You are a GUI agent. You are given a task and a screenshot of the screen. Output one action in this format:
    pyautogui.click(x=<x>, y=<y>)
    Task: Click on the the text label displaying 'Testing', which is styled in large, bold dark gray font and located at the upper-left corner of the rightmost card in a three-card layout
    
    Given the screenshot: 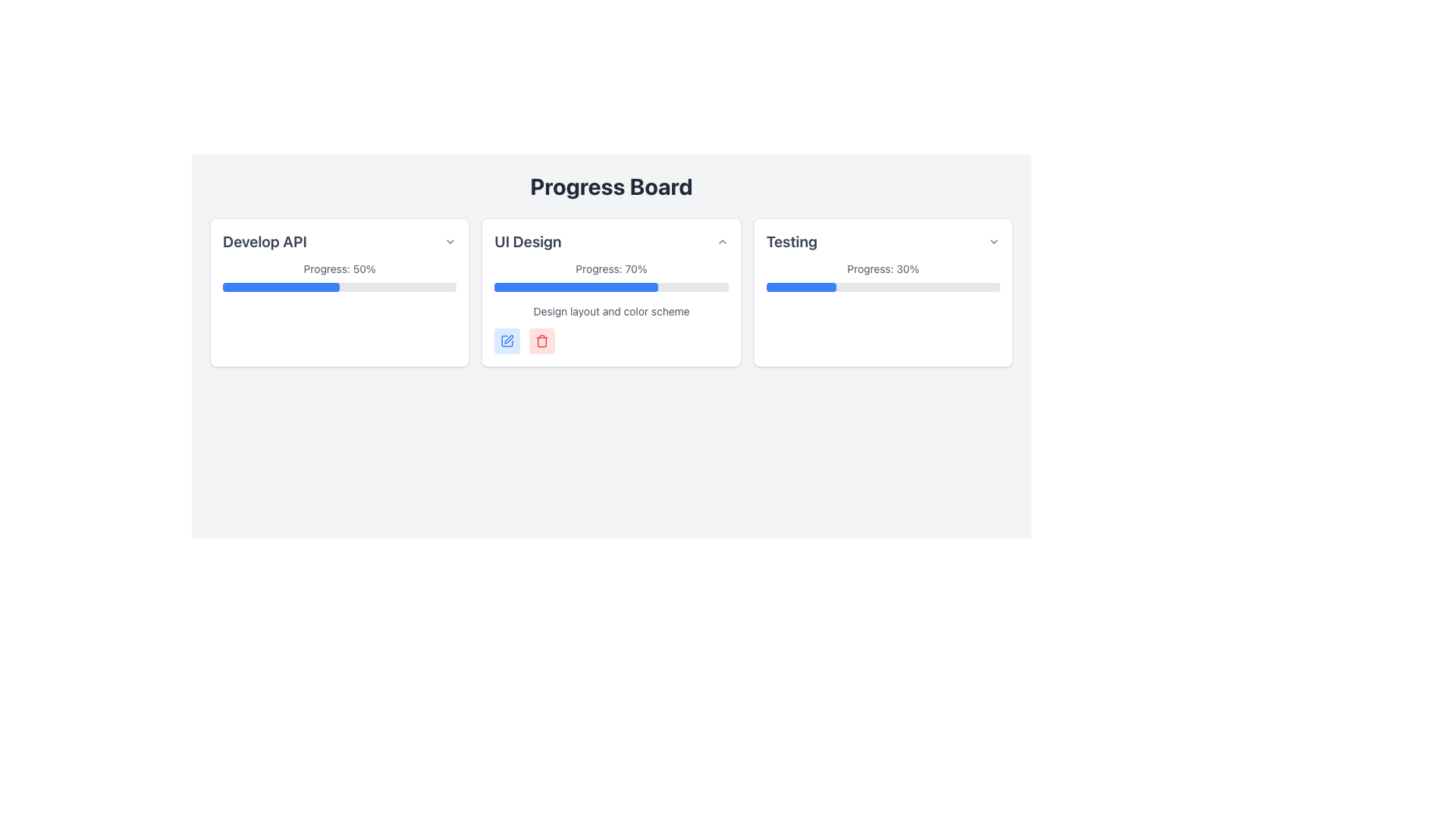 What is the action you would take?
    pyautogui.click(x=791, y=241)
    